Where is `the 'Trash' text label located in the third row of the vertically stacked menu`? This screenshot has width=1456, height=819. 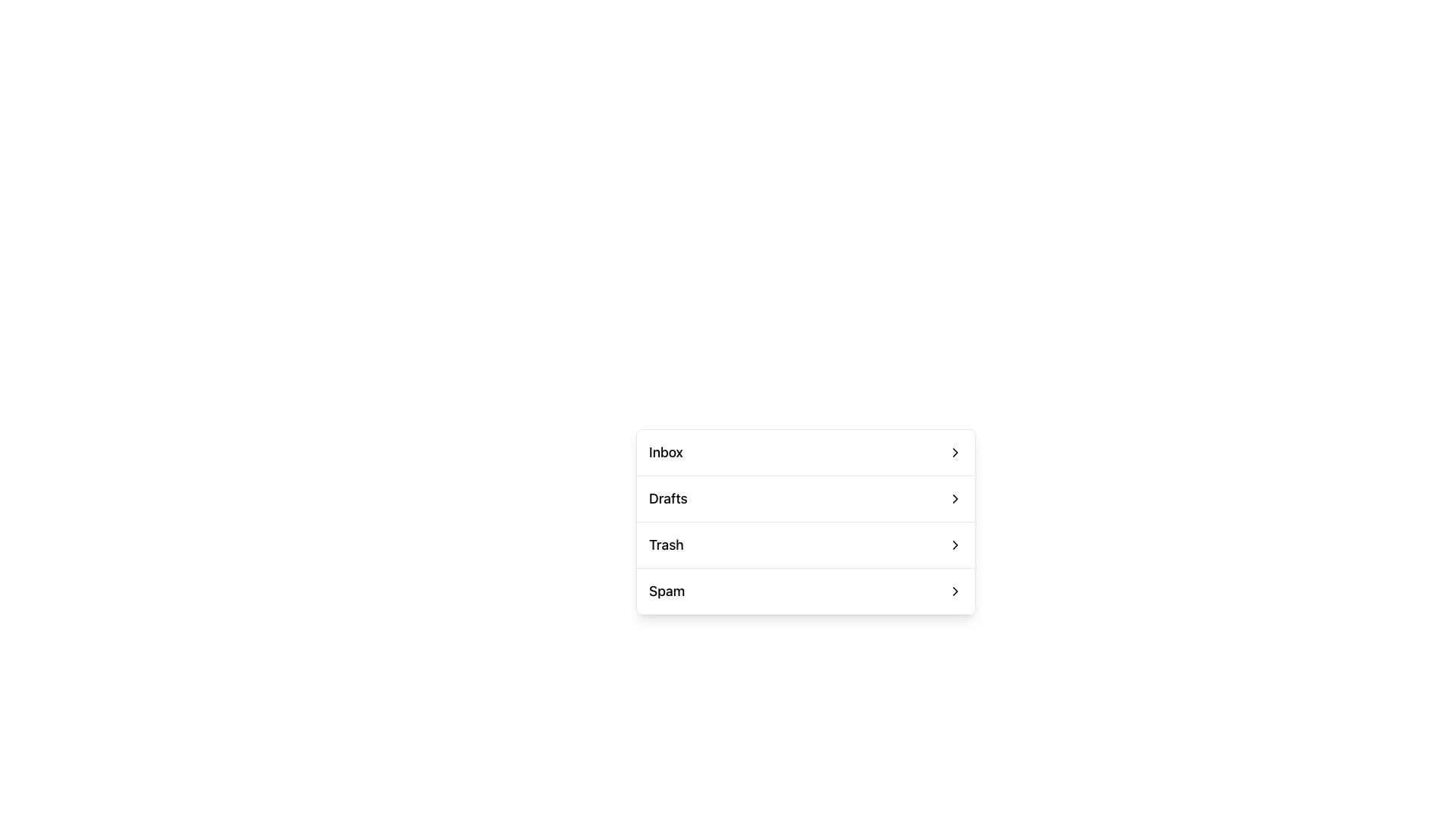
the 'Trash' text label located in the third row of the vertically stacked menu is located at coordinates (666, 544).